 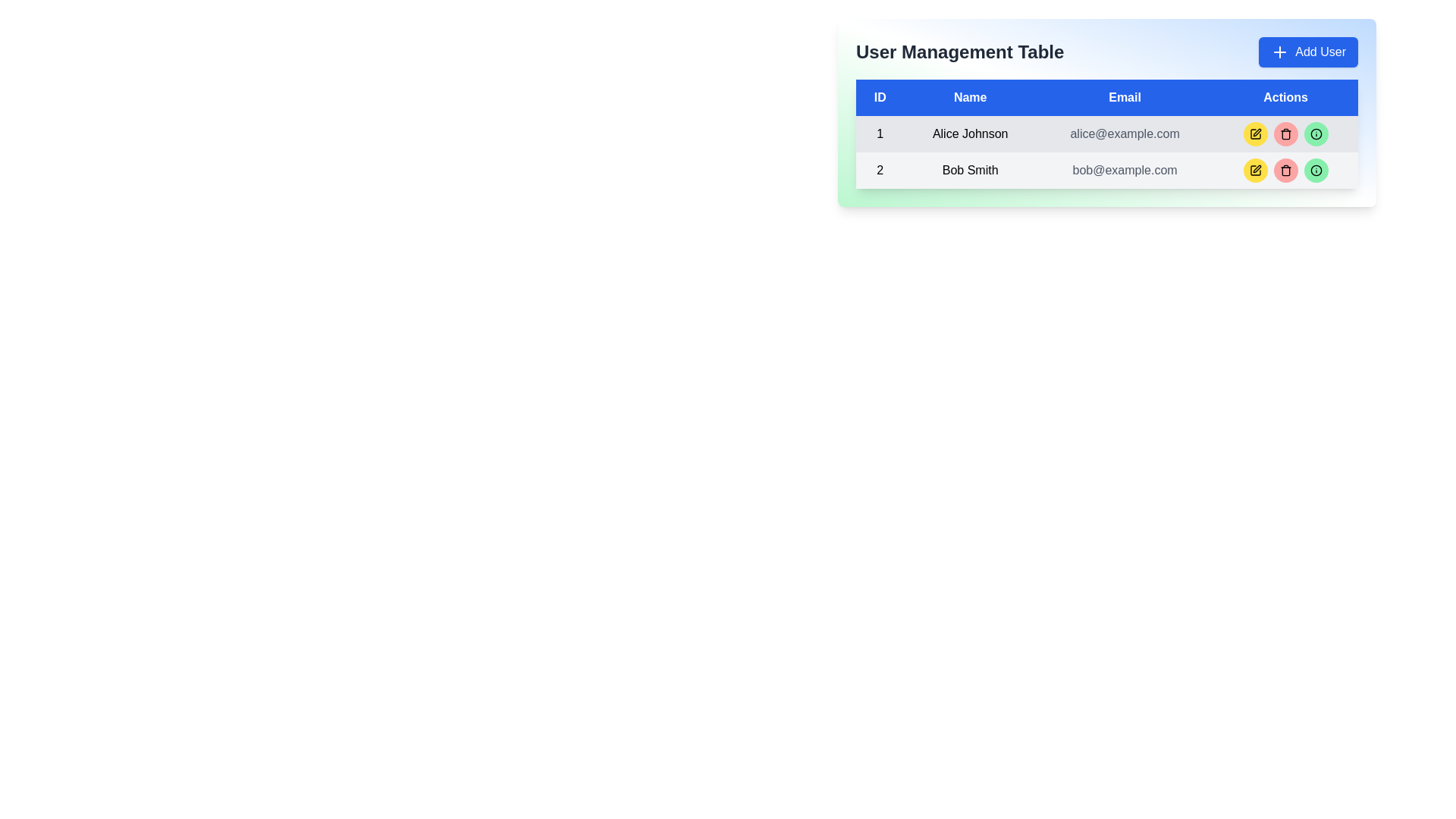 What do you see at coordinates (1315, 170) in the screenshot?
I see `the circular green icon with a black border and 'i' symbol in the 'Actions' column of the user management table, located next to the email 'bob@example.com'` at bounding box center [1315, 170].